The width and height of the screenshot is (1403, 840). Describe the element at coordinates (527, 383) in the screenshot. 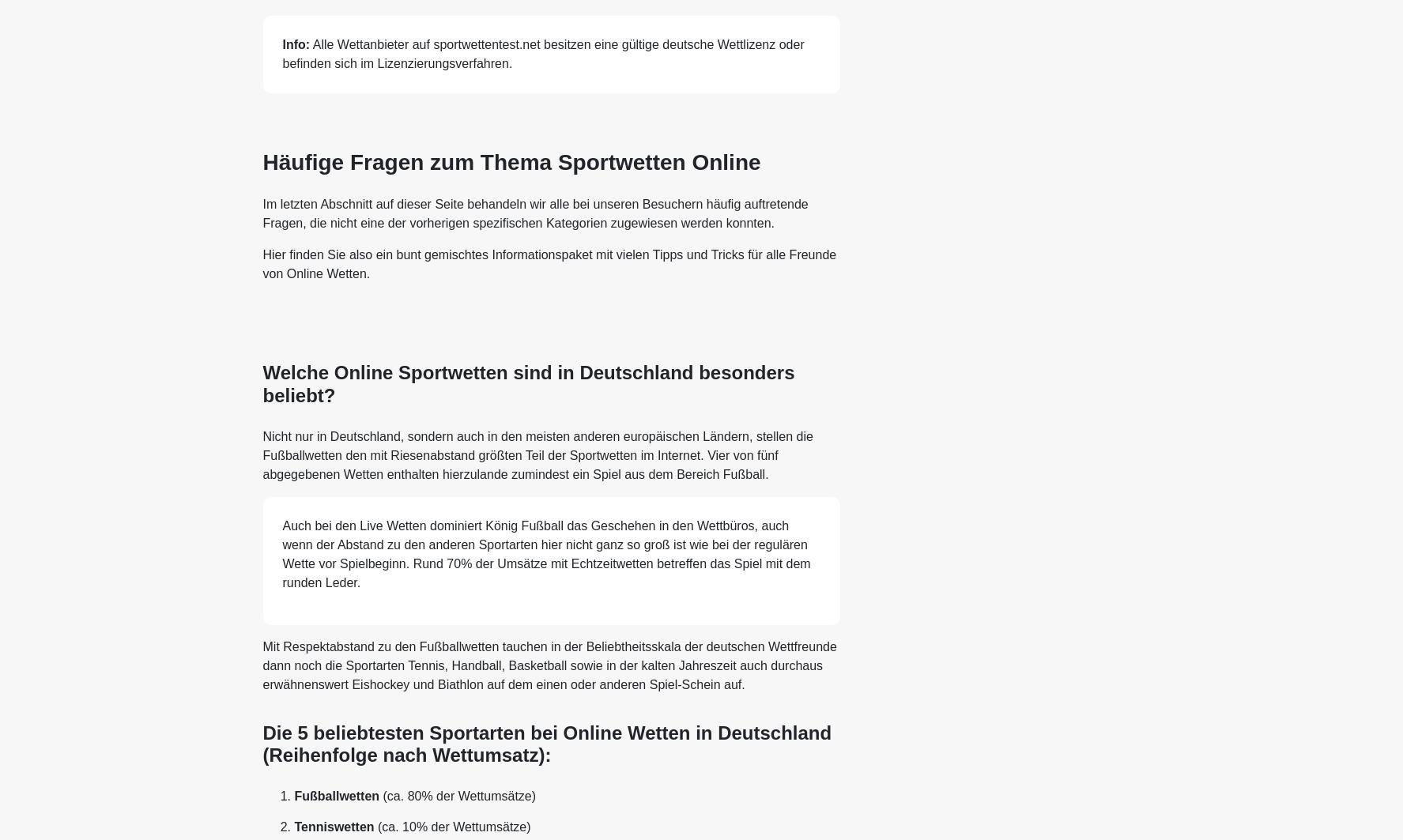

I see `'Welche Online Sportwetten sind in Deutschland besonders beliebt?'` at that location.